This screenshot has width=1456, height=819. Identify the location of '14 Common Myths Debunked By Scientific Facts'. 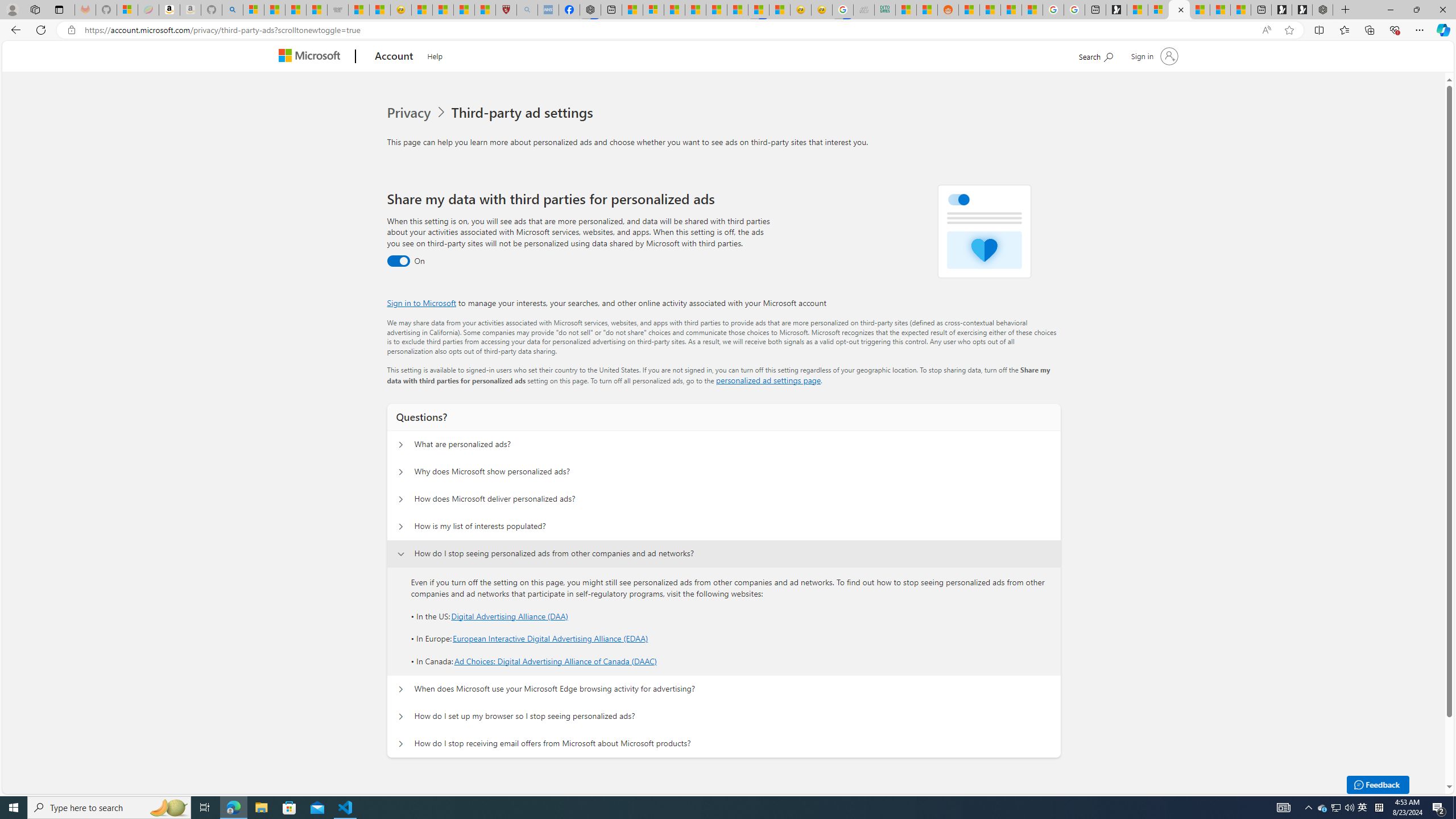
(716, 9).